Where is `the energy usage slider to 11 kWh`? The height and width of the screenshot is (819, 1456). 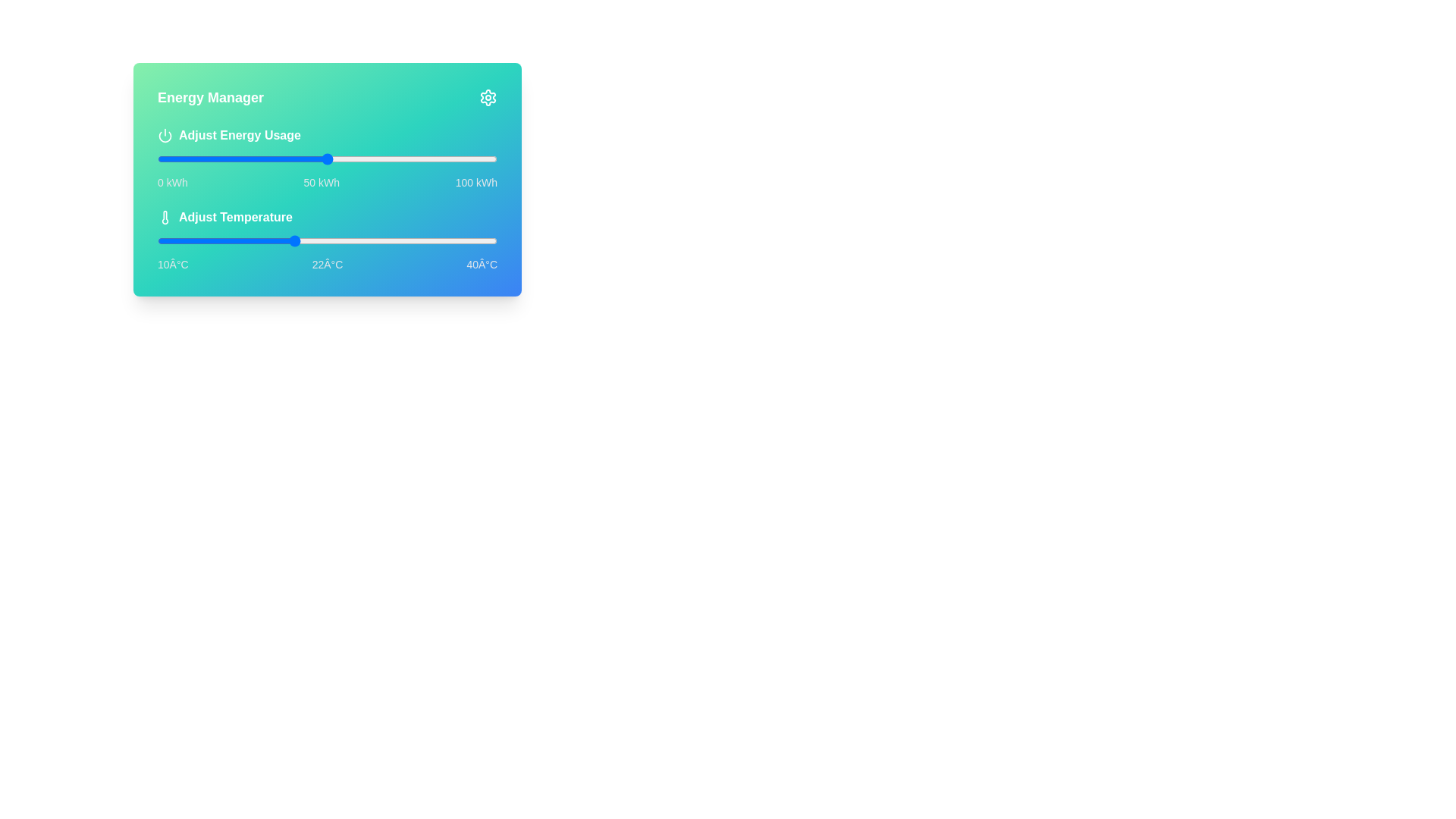 the energy usage slider to 11 kWh is located at coordinates (194, 158).